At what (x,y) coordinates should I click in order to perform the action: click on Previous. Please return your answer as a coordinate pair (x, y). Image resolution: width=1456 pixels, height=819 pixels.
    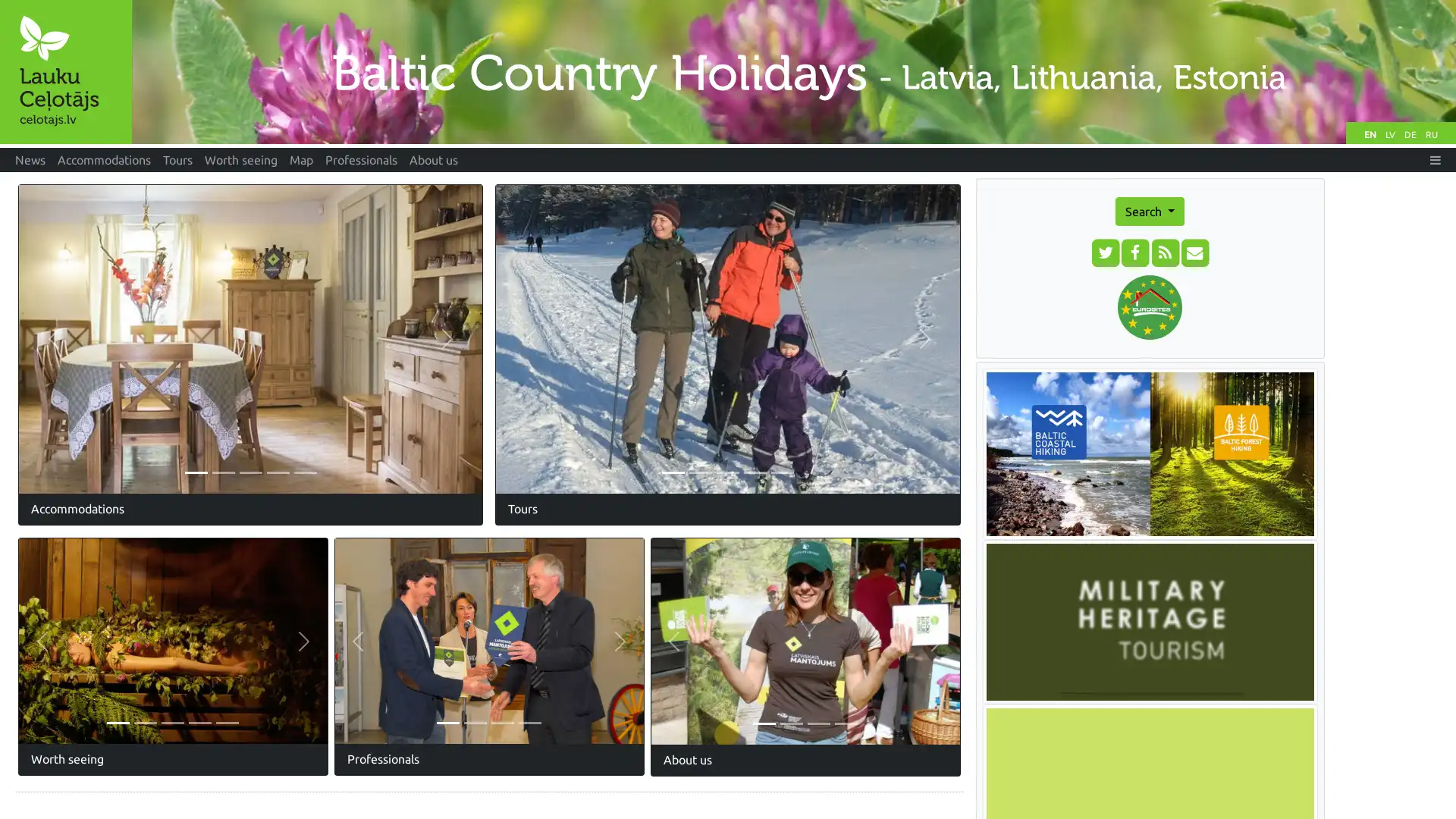
    Looking at the image, I should click on (673, 641).